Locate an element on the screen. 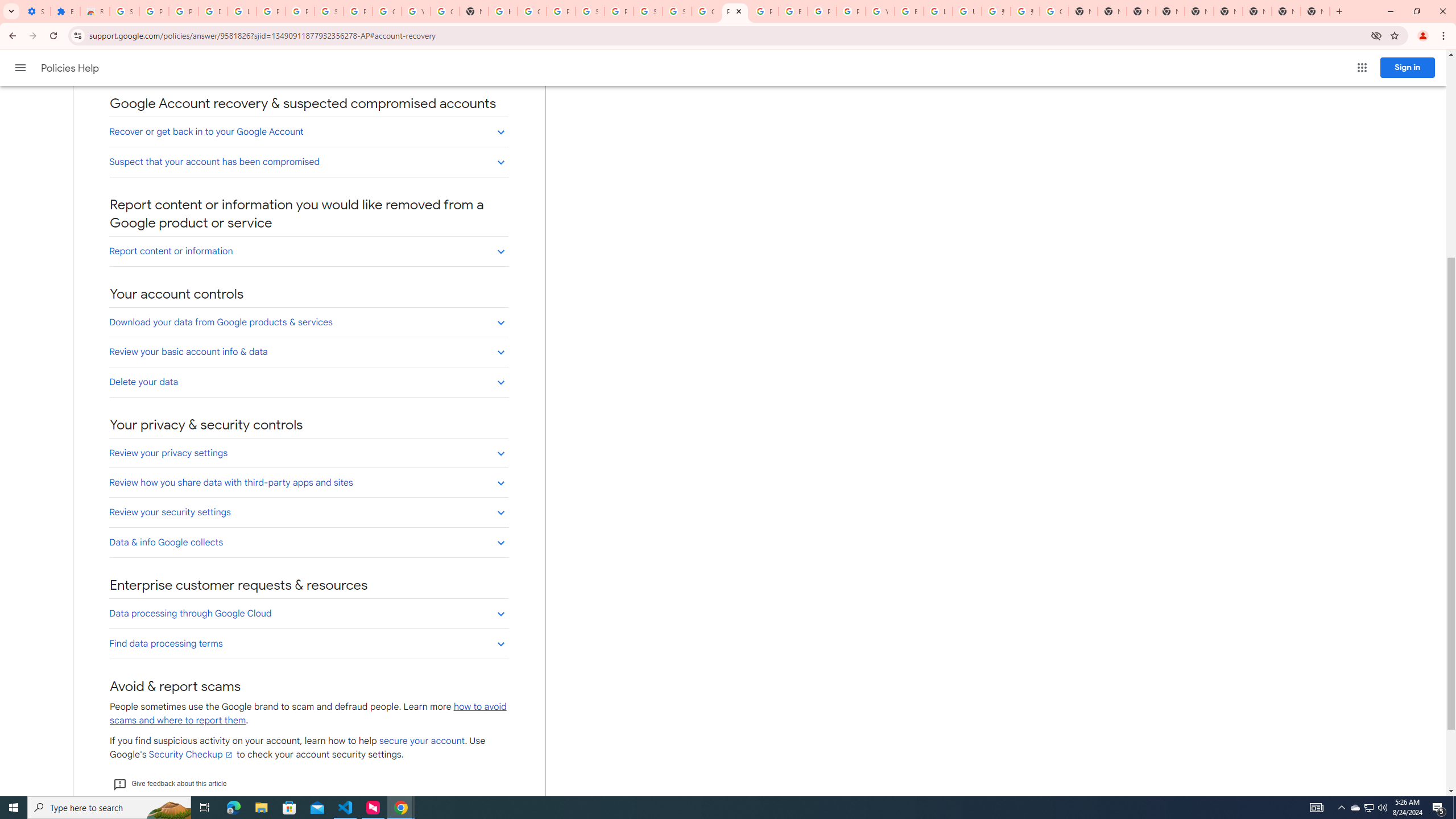  'Main menu' is located at coordinates (19, 67).